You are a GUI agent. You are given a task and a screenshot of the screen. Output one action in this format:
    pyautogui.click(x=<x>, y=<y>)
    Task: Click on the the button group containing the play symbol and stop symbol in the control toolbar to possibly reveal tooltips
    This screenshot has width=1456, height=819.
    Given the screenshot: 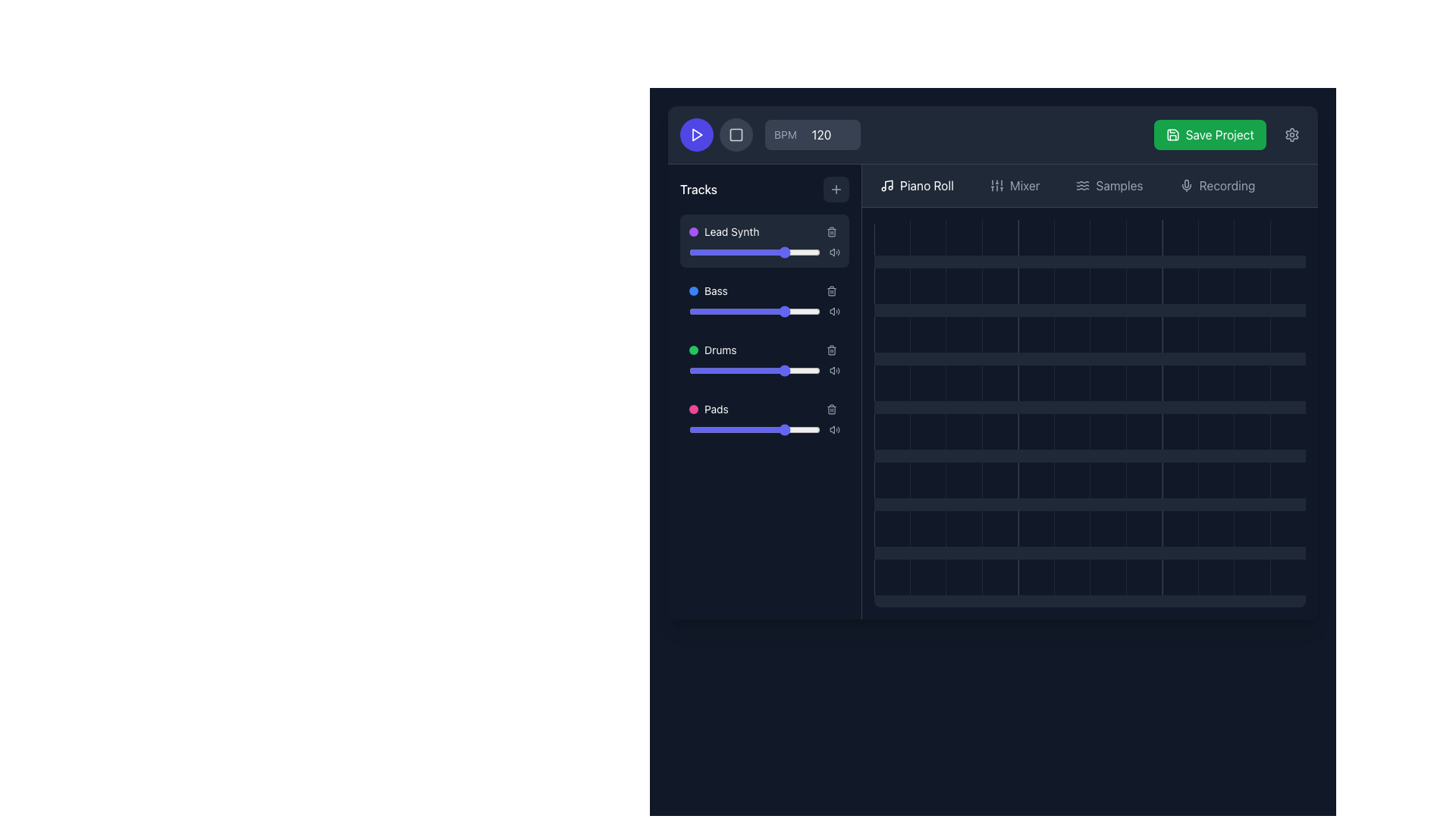 What is the action you would take?
    pyautogui.click(x=716, y=133)
    